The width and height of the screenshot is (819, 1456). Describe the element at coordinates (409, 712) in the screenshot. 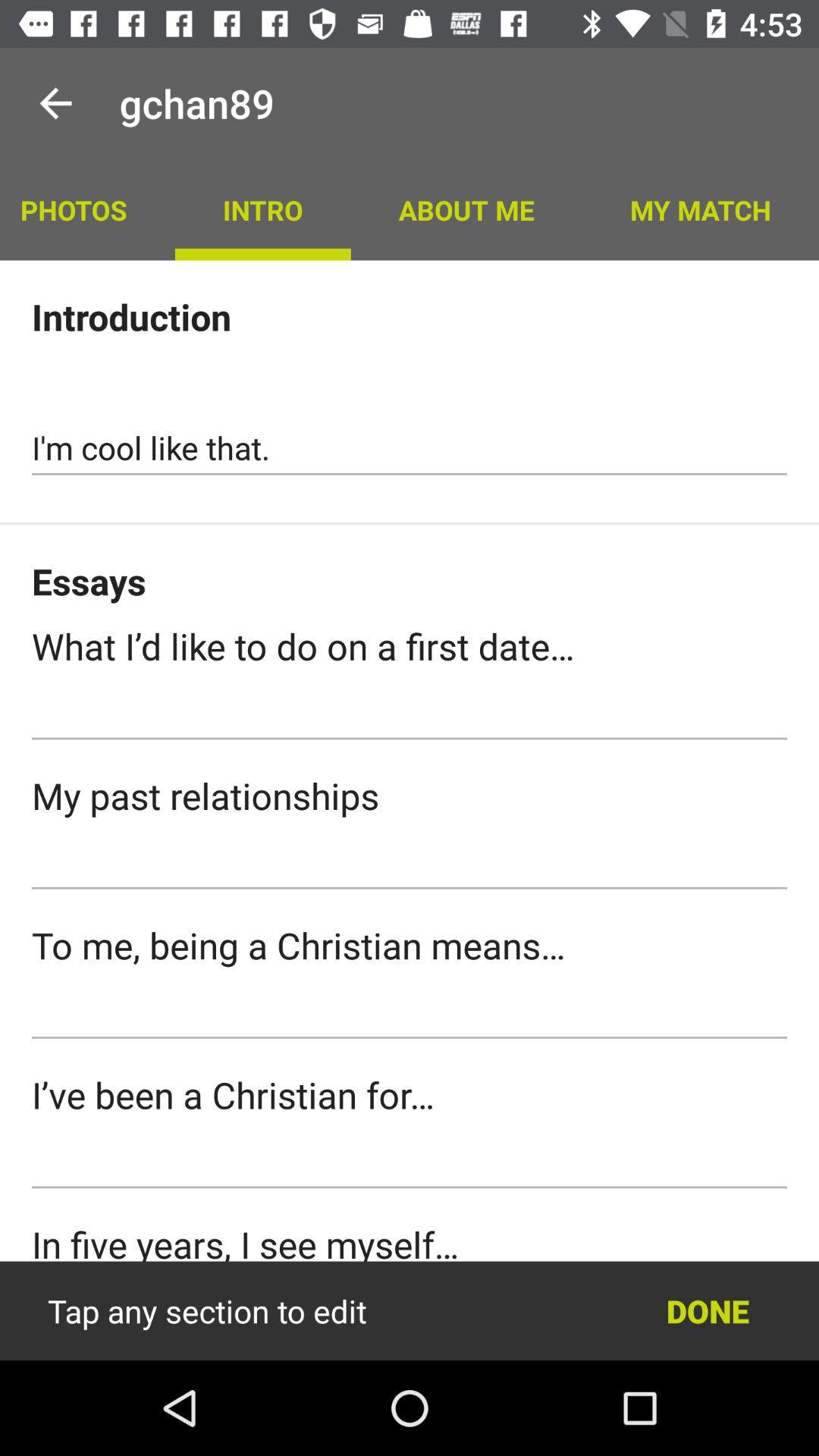

I see `click the tab` at that location.